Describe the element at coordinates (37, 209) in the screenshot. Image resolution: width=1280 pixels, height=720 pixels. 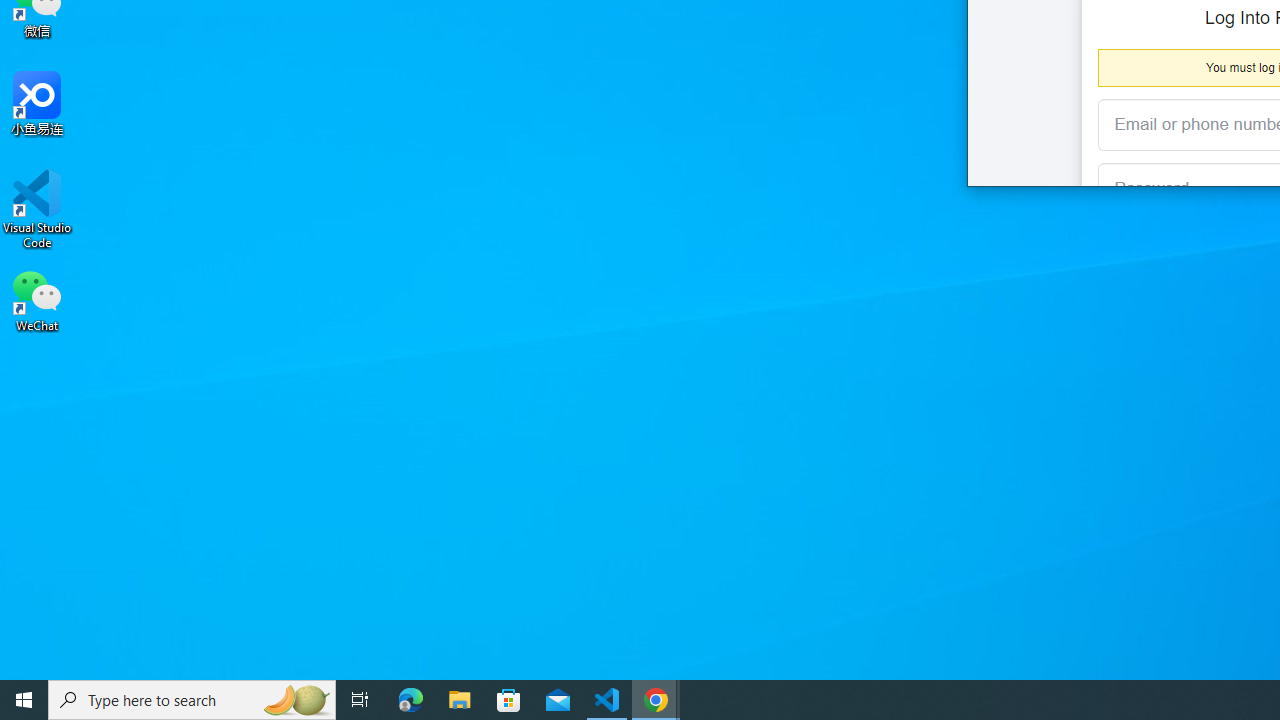
I see `'Visual Studio Code'` at that location.